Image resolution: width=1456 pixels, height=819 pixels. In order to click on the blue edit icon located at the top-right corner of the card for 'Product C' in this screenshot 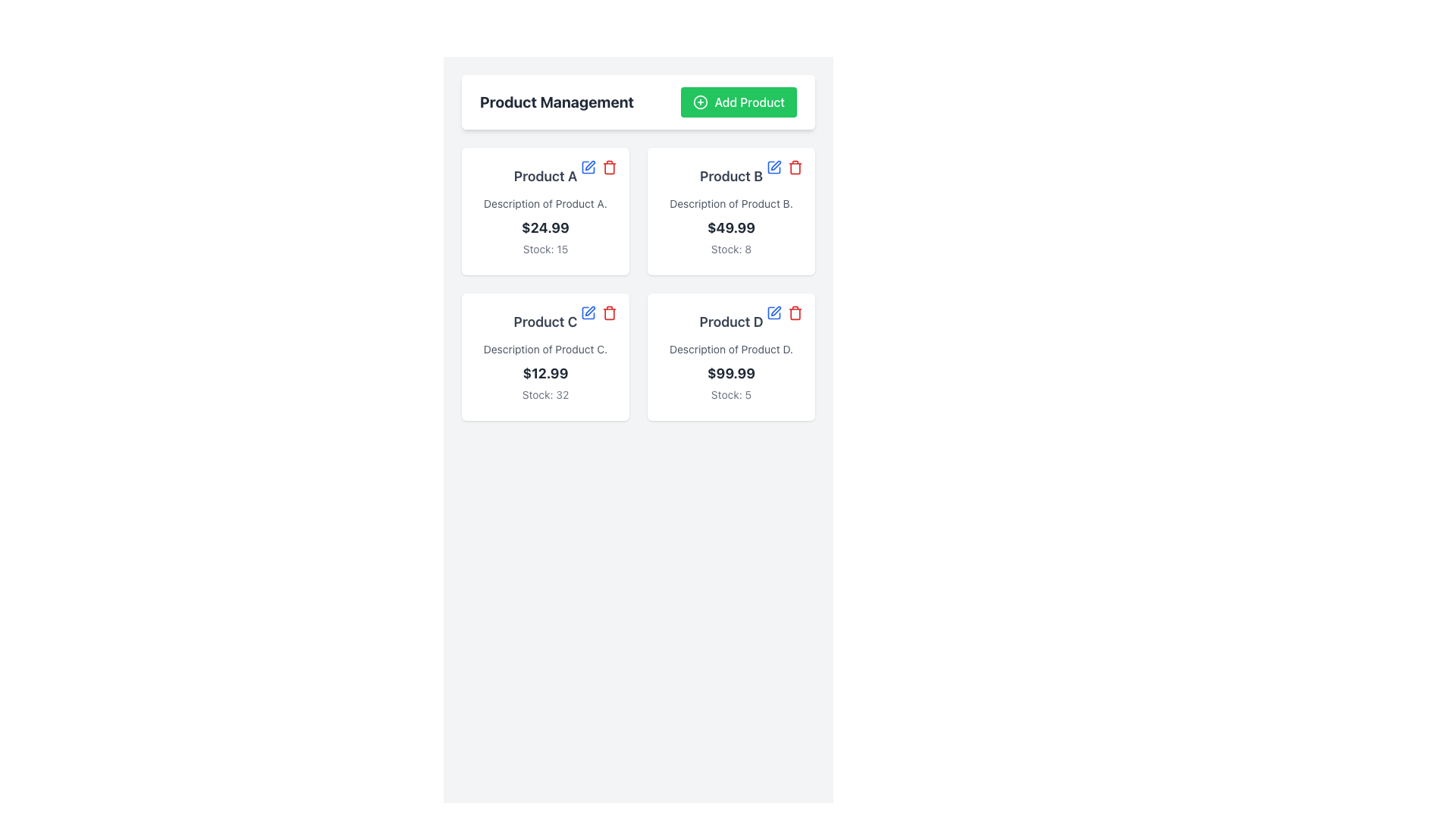, I will do `click(588, 312)`.